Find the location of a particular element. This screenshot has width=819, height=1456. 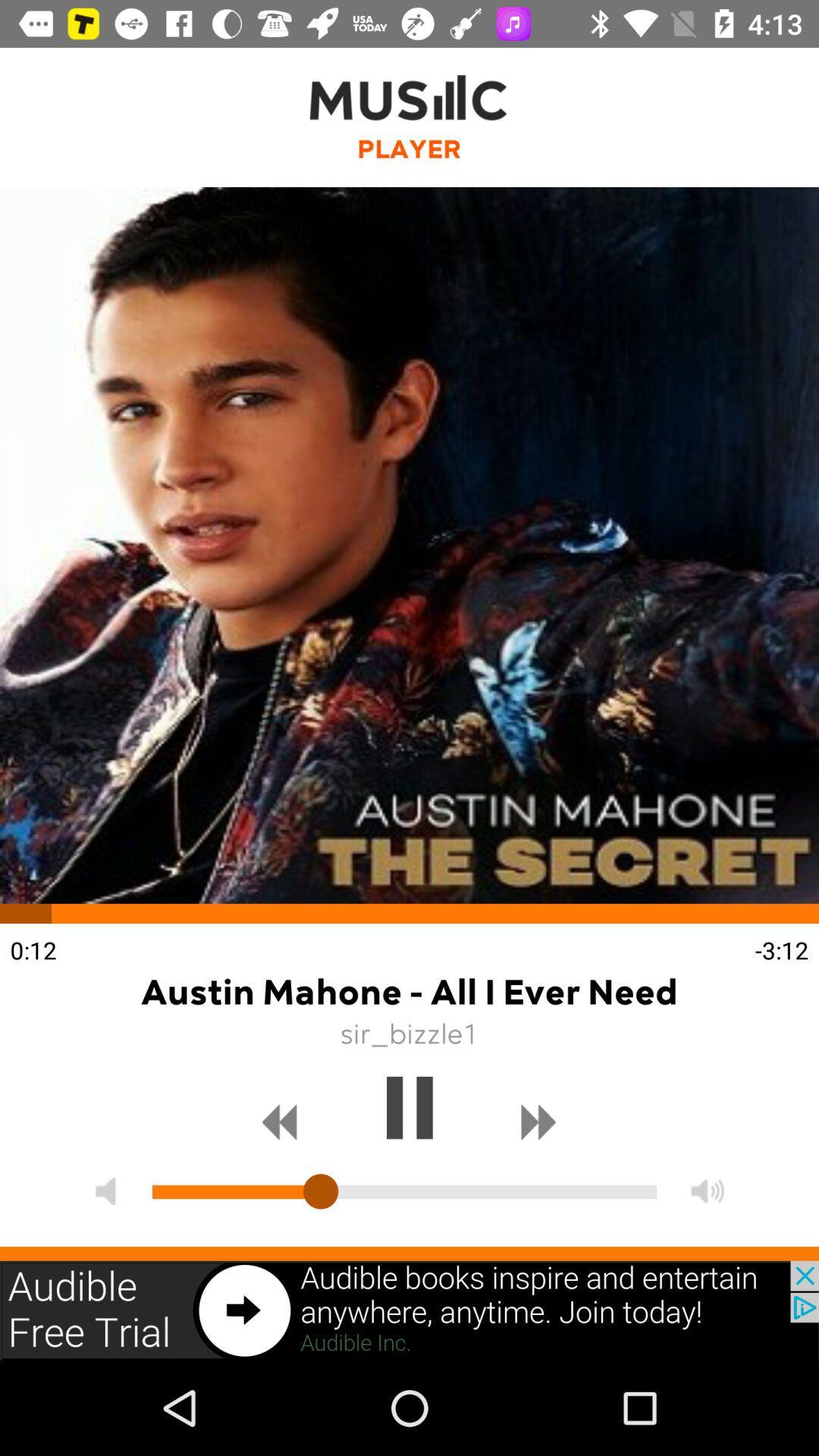

the option is located at coordinates (409, 1310).